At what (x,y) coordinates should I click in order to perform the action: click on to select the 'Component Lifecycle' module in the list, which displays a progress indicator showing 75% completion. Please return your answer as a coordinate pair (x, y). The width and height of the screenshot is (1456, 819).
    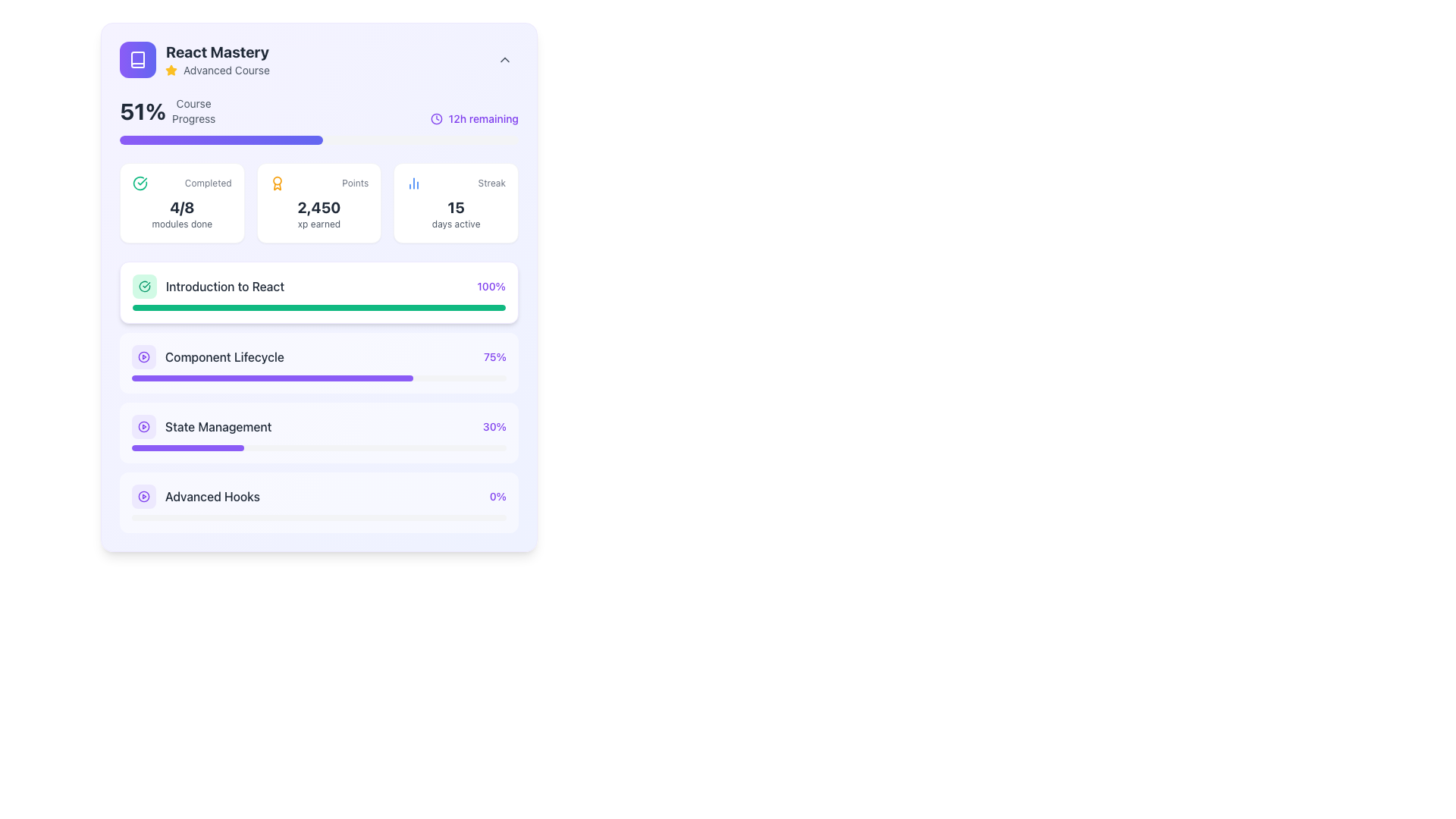
    Looking at the image, I should click on (318, 362).